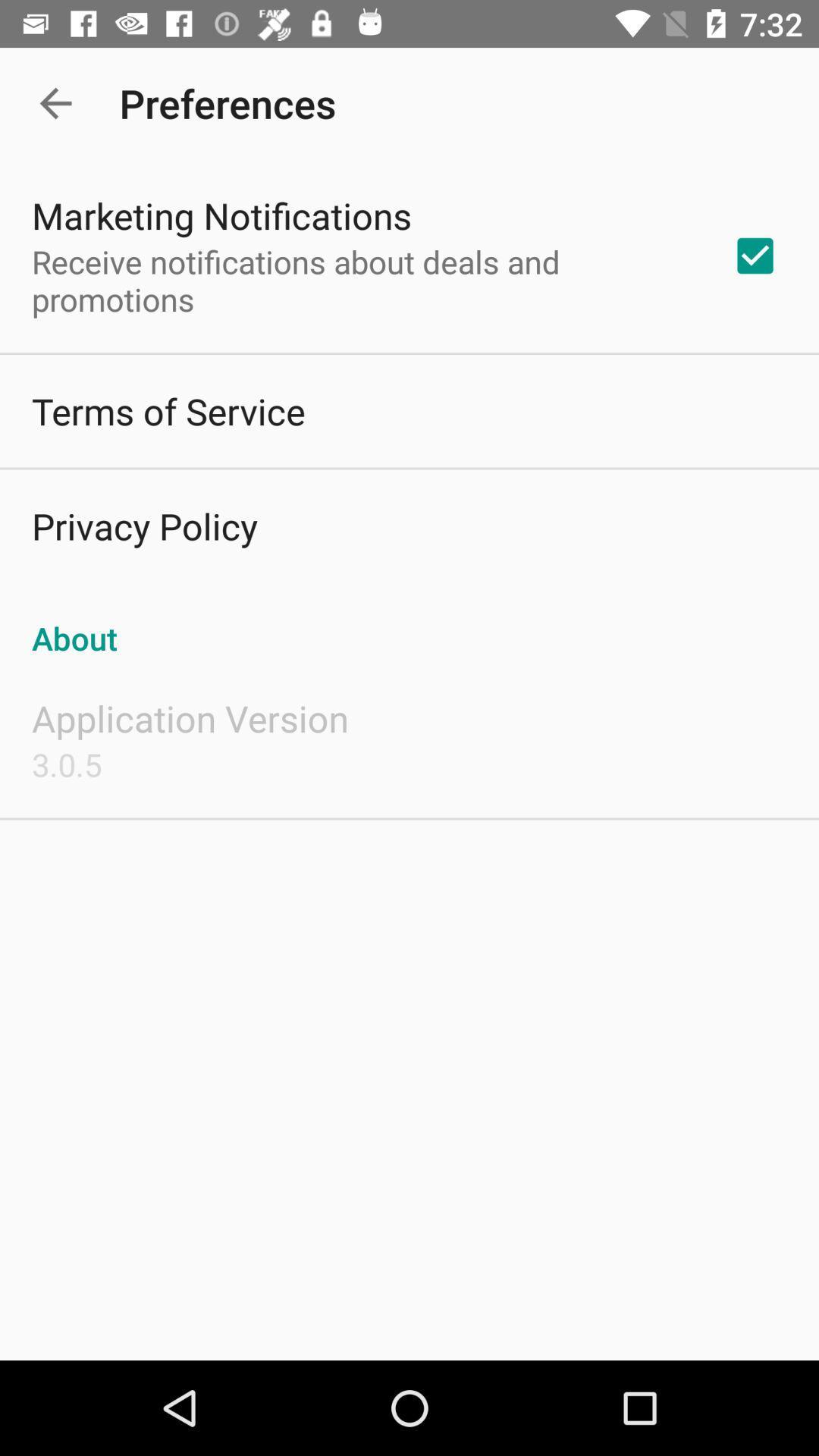 Image resolution: width=819 pixels, height=1456 pixels. Describe the element at coordinates (362, 280) in the screenshot. I see `receive notifications about` at that location.